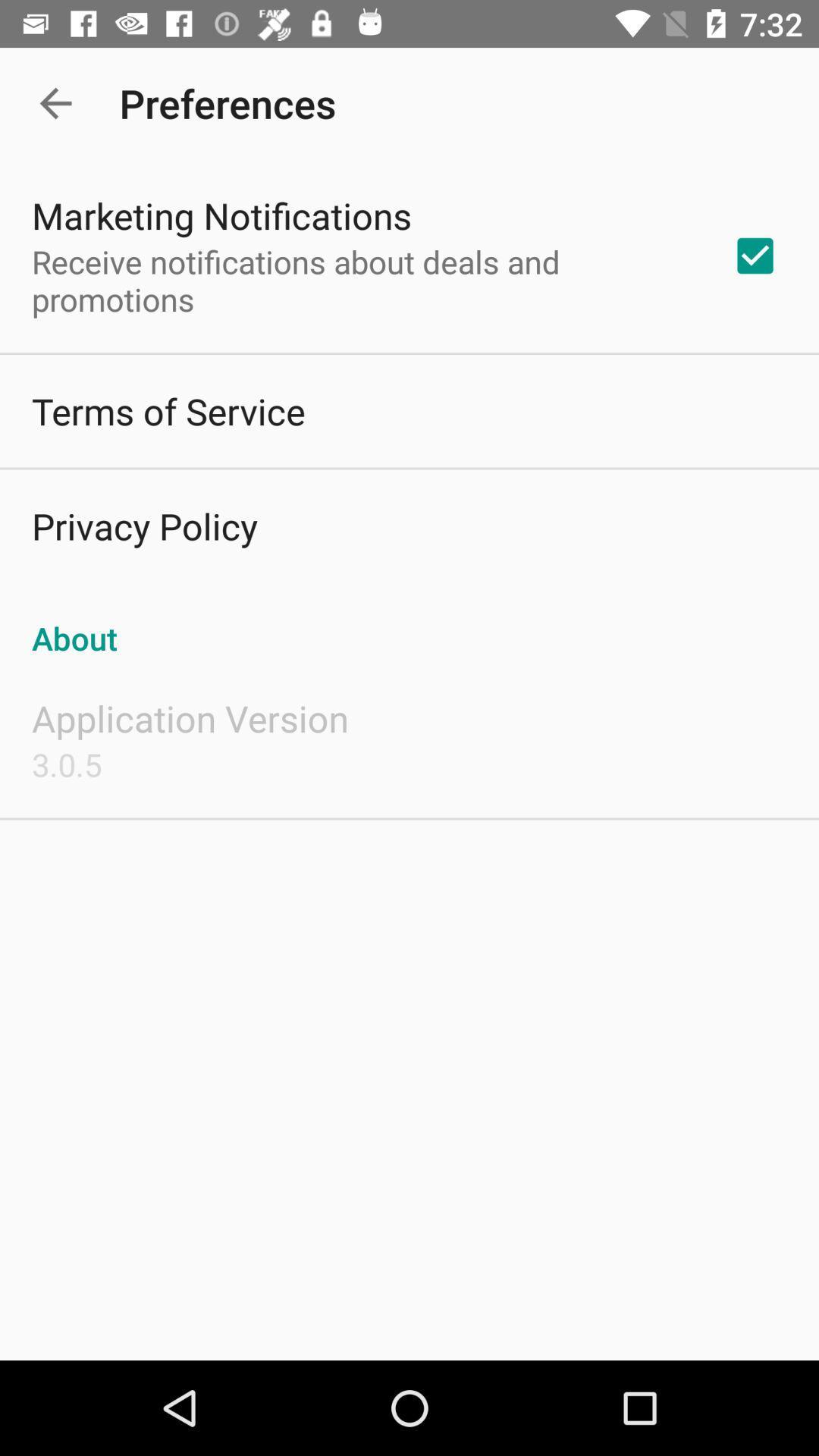 Image resolution: width=819 pixels, height=1456 pixels. Describe the element at coordinates (362, 280) in the screenshot. I see `receive notifications about` at that location.